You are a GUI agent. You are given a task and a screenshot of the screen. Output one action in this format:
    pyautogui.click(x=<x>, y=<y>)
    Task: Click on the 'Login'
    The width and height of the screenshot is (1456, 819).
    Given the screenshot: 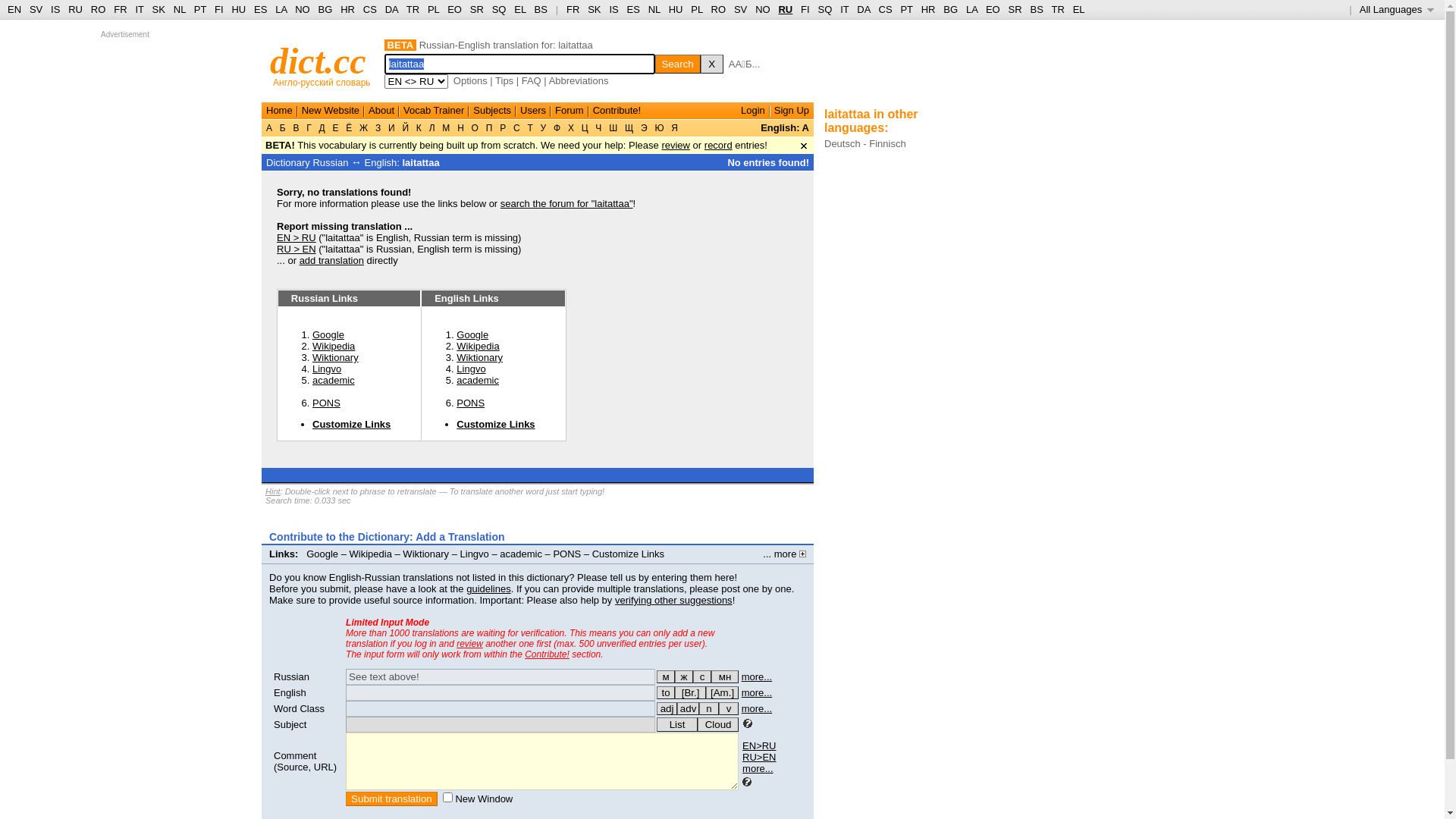 What is the action you would take?
    pyautogui.click(x=753, y=109)
    